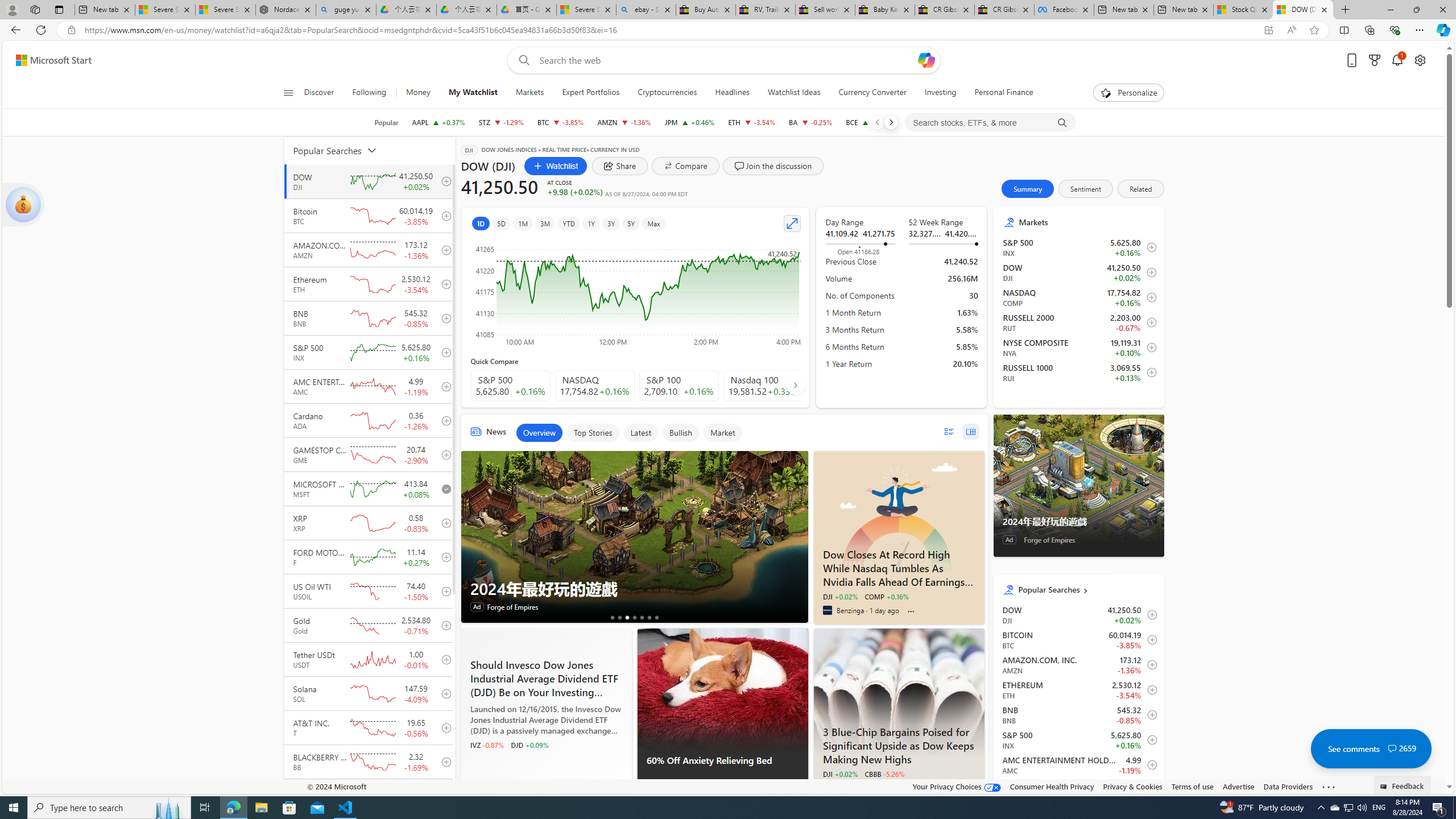 This screenshot has width=1456, height=819. I want to click on 'Privacy & Cookies', so click(1131, 786).